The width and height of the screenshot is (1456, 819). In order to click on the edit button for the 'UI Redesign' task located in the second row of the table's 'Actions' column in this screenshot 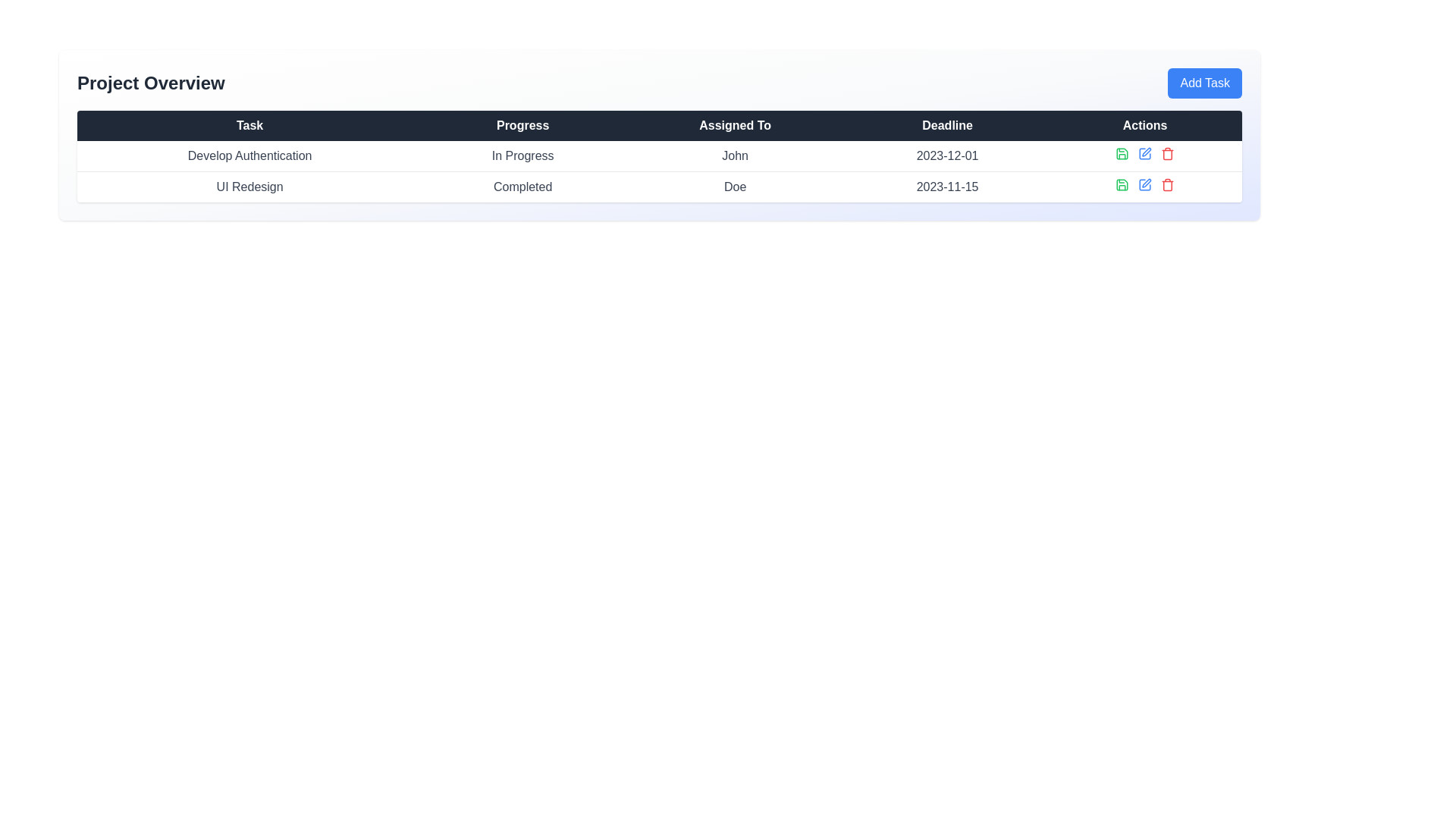, I will do `click(1145, 154)`.